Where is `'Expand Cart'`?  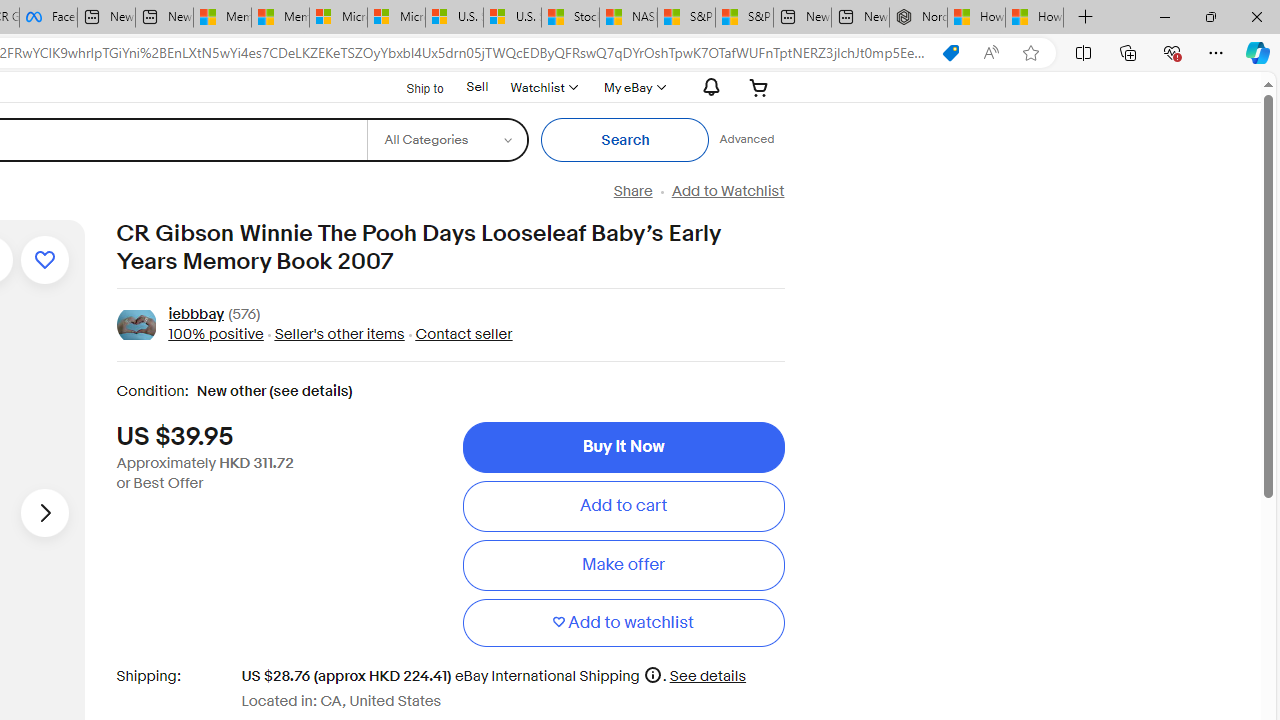 'Expand Cart' is located at coordinates (758, 86).